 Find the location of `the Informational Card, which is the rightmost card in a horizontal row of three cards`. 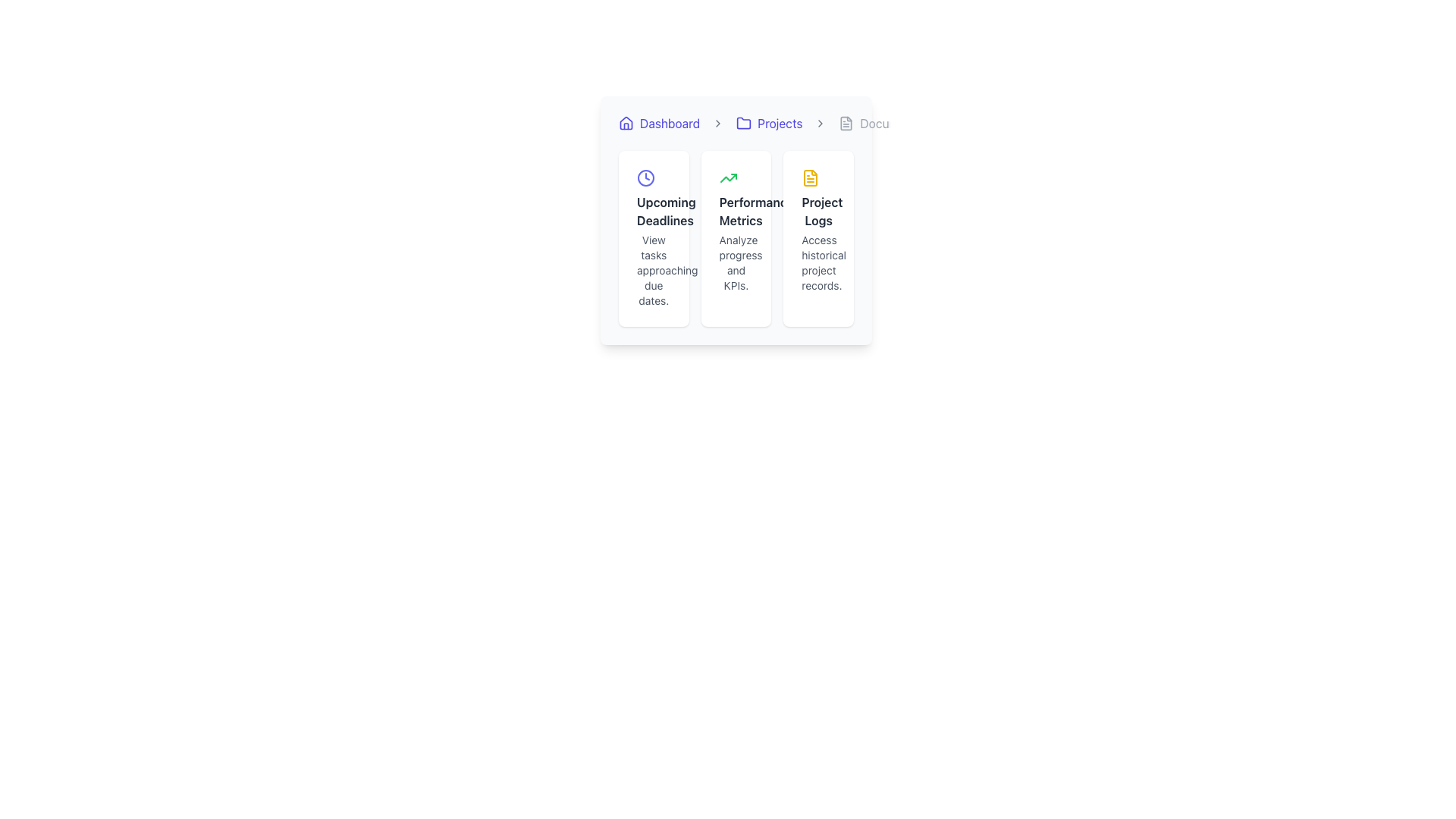

the Informational Card, which is the rightmost card in a horizontal row of three cards is located at coordinates (817, 239).